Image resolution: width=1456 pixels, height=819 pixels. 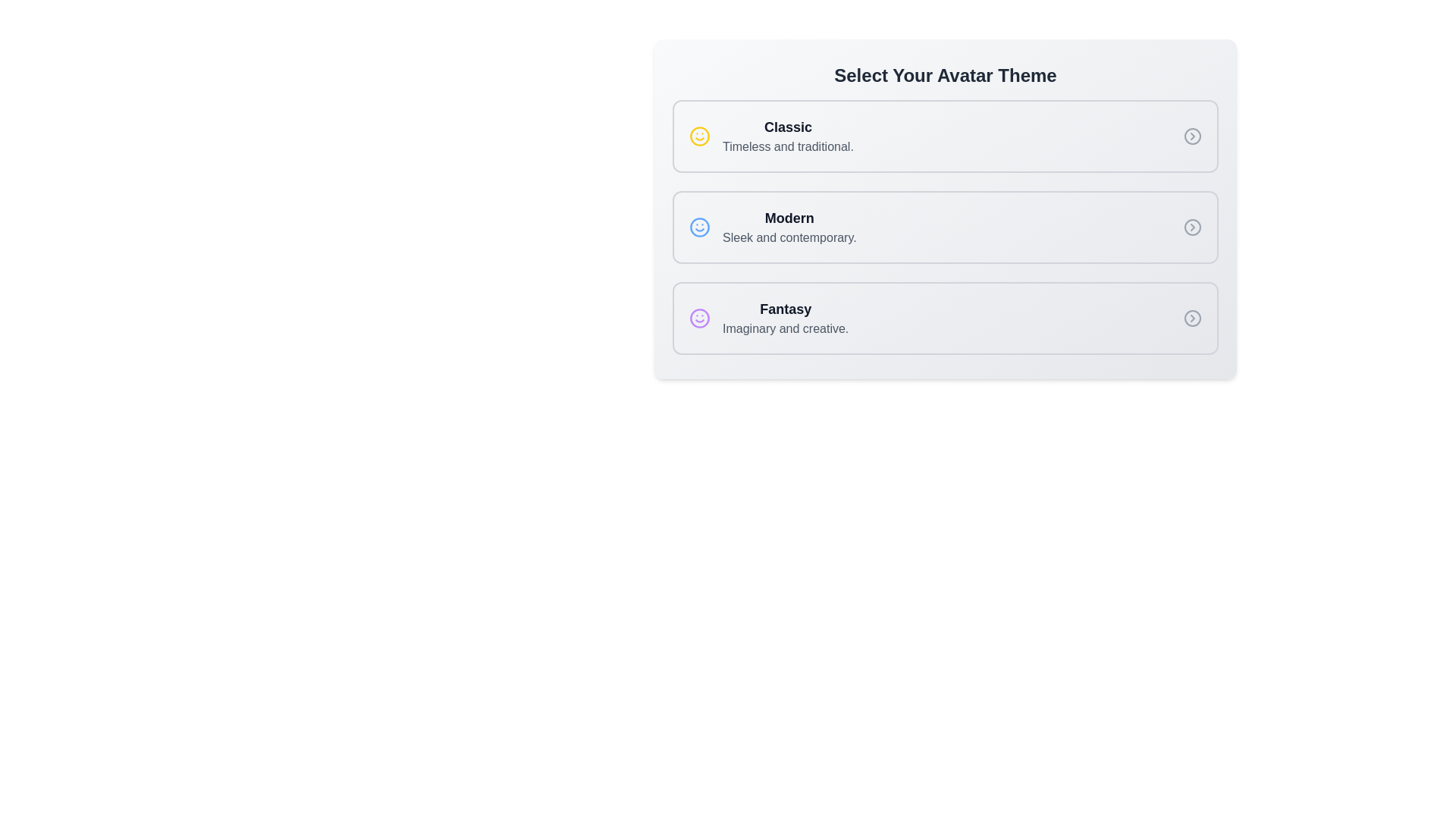 I want to click on the 'Classic' avatar theme title text label, which is positioned at the top-left of the avatar themes list, above the description 'Timeless and traditional.', so click(x=788, y=127).